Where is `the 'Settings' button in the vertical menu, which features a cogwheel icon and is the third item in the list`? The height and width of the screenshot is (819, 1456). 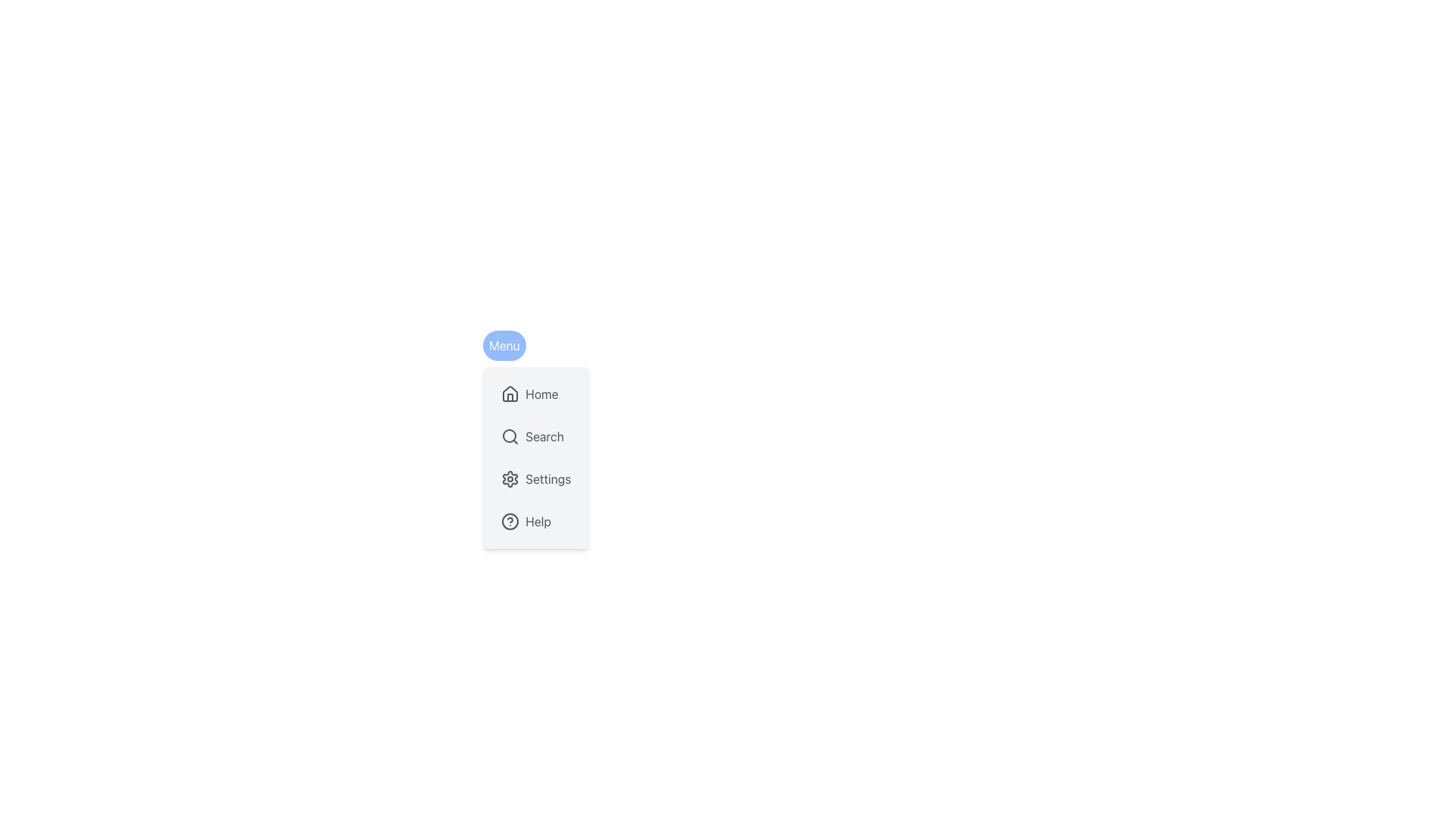 the 'Settings' button in the vertical menu, which features a cogwheel icon and is the third item in the list is located at coordinates (536, 479).